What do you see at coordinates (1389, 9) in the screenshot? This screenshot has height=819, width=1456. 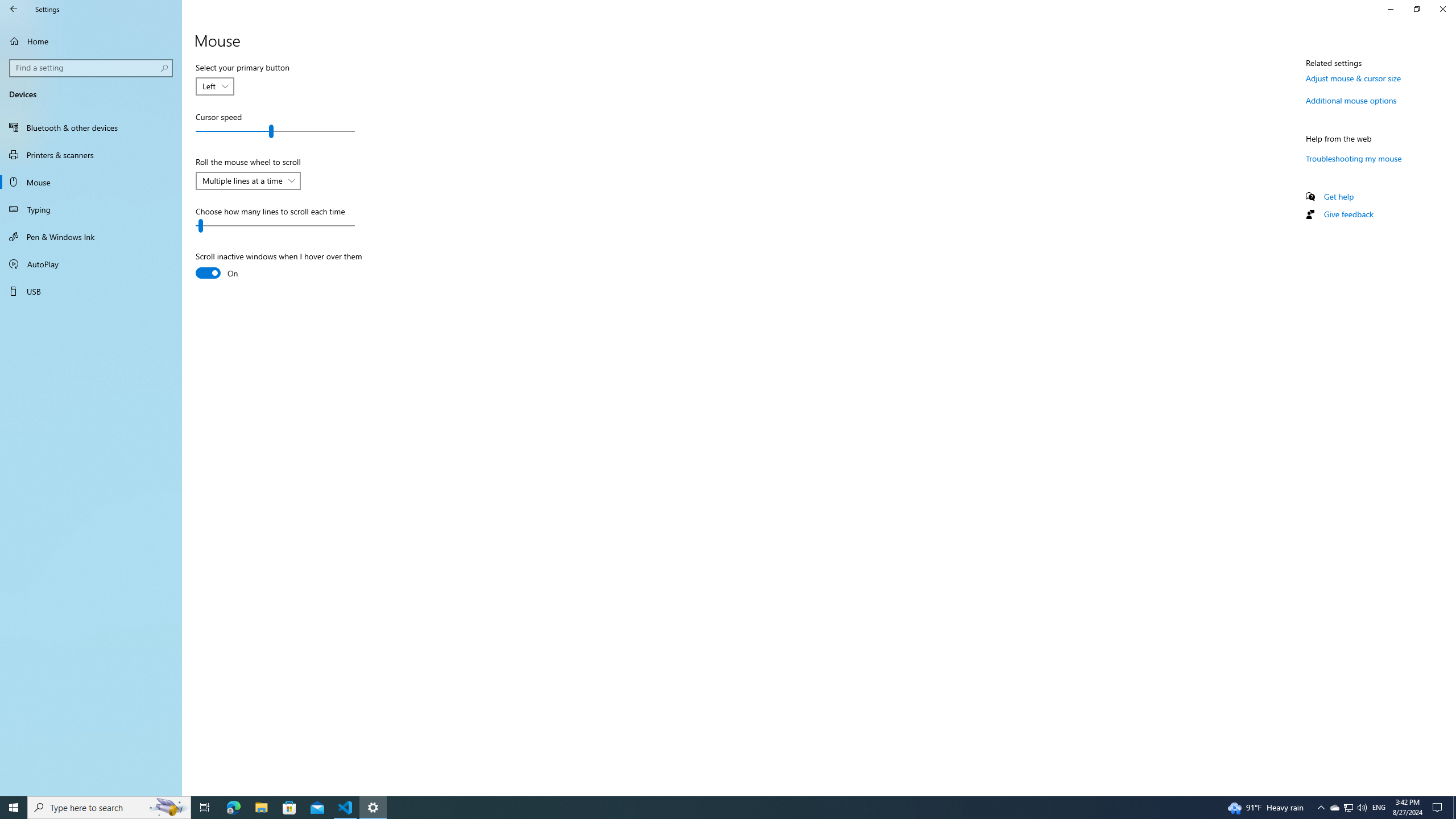 I see `'Minimize Settings'` at bounding box center [1389, 9].